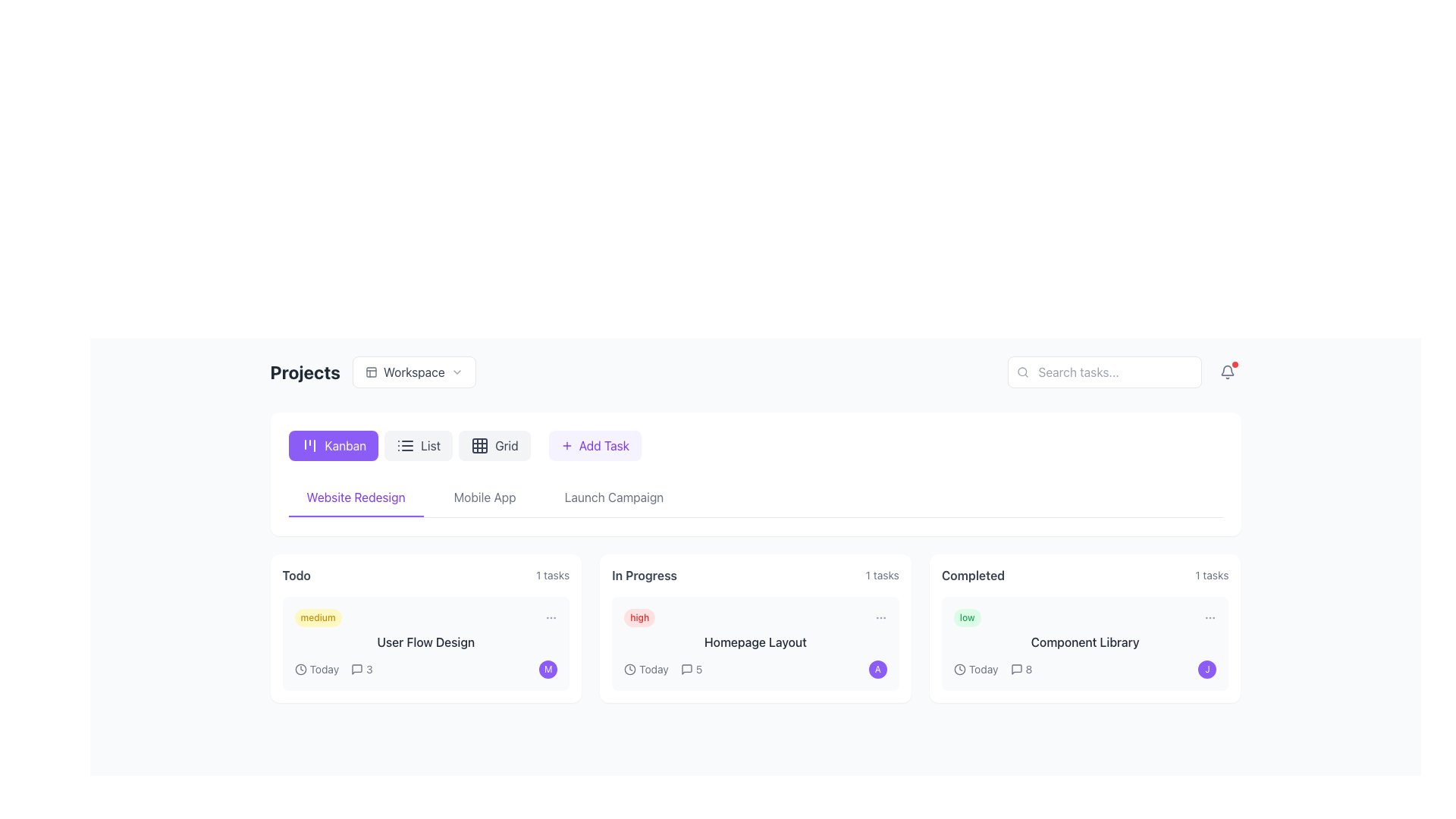 Image resolution: width=1456 pixels, height=819 pixels. What do you see at coordinates (406, 444) in the screenshot?
I see `the list view icon consisting of three horizontal lines, located within the 'List' button in the view selection toolbar at the top-center of the interface` at bounding box center [406, 444].